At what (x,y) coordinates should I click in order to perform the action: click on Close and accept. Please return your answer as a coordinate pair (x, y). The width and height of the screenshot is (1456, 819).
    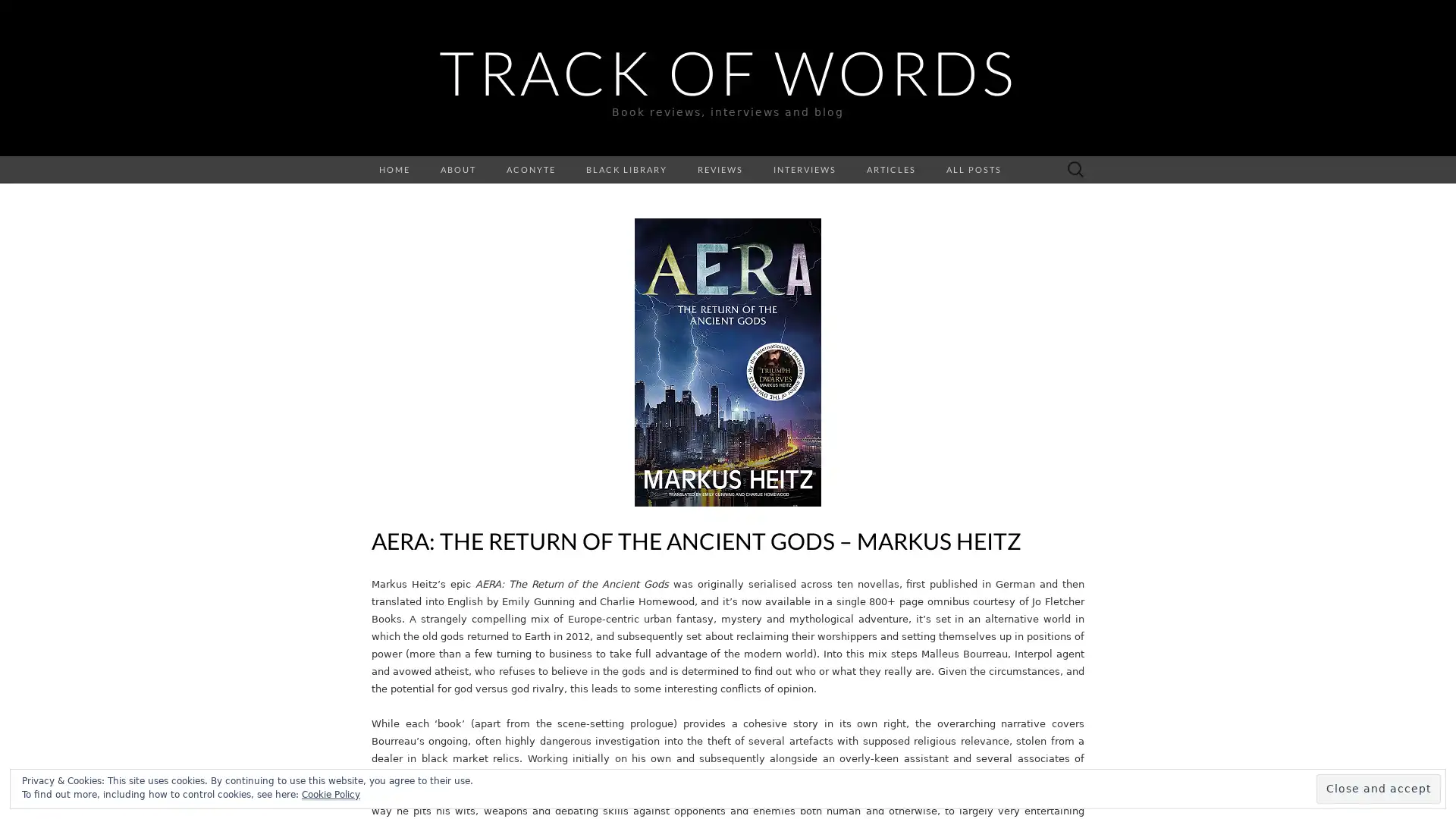
    Looking at the image, I should click on (1379, 788).